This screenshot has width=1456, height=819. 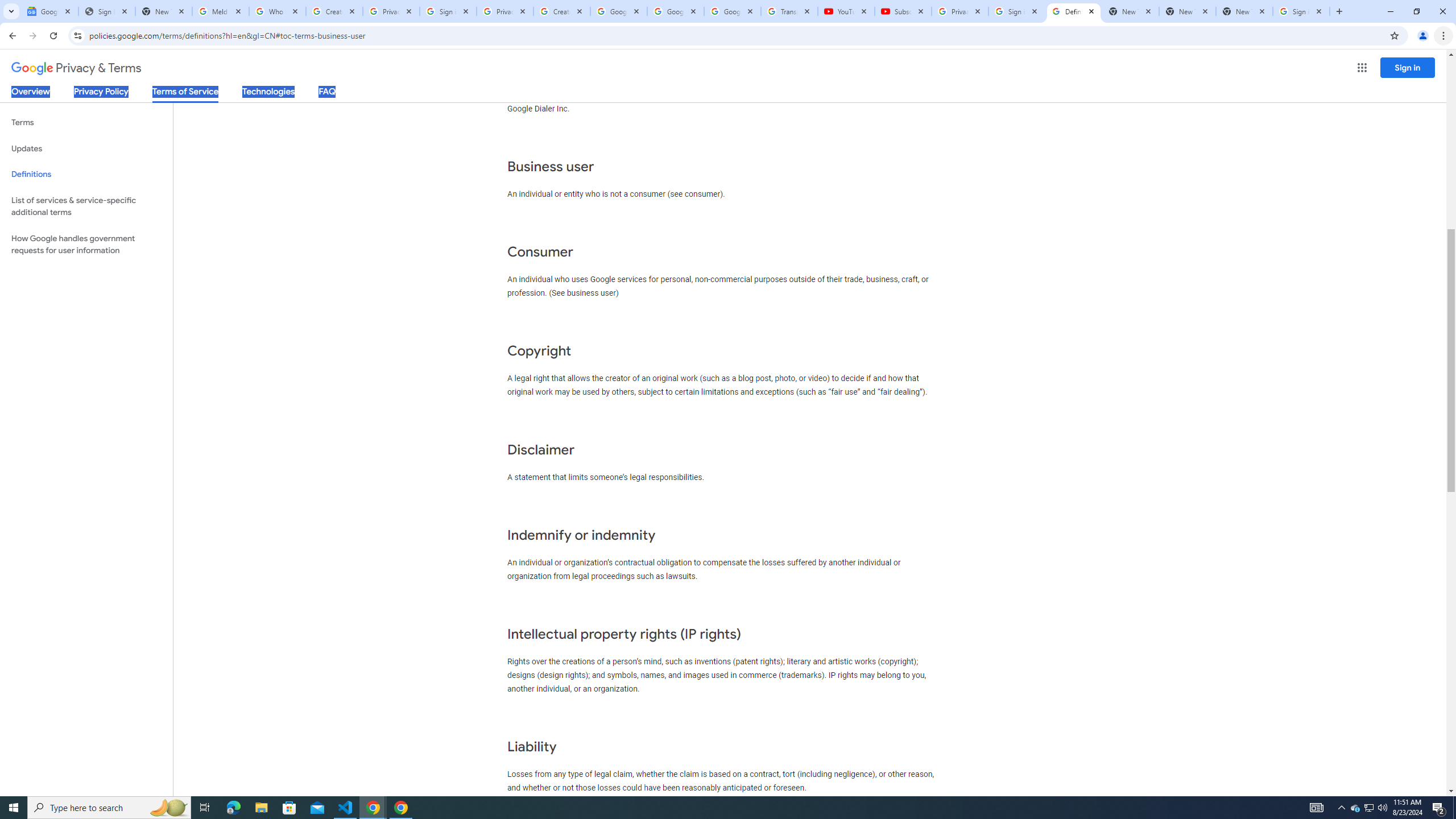 I want to click on 'Who is my administrator? - Google Account Help', so click(x=278, y=11).